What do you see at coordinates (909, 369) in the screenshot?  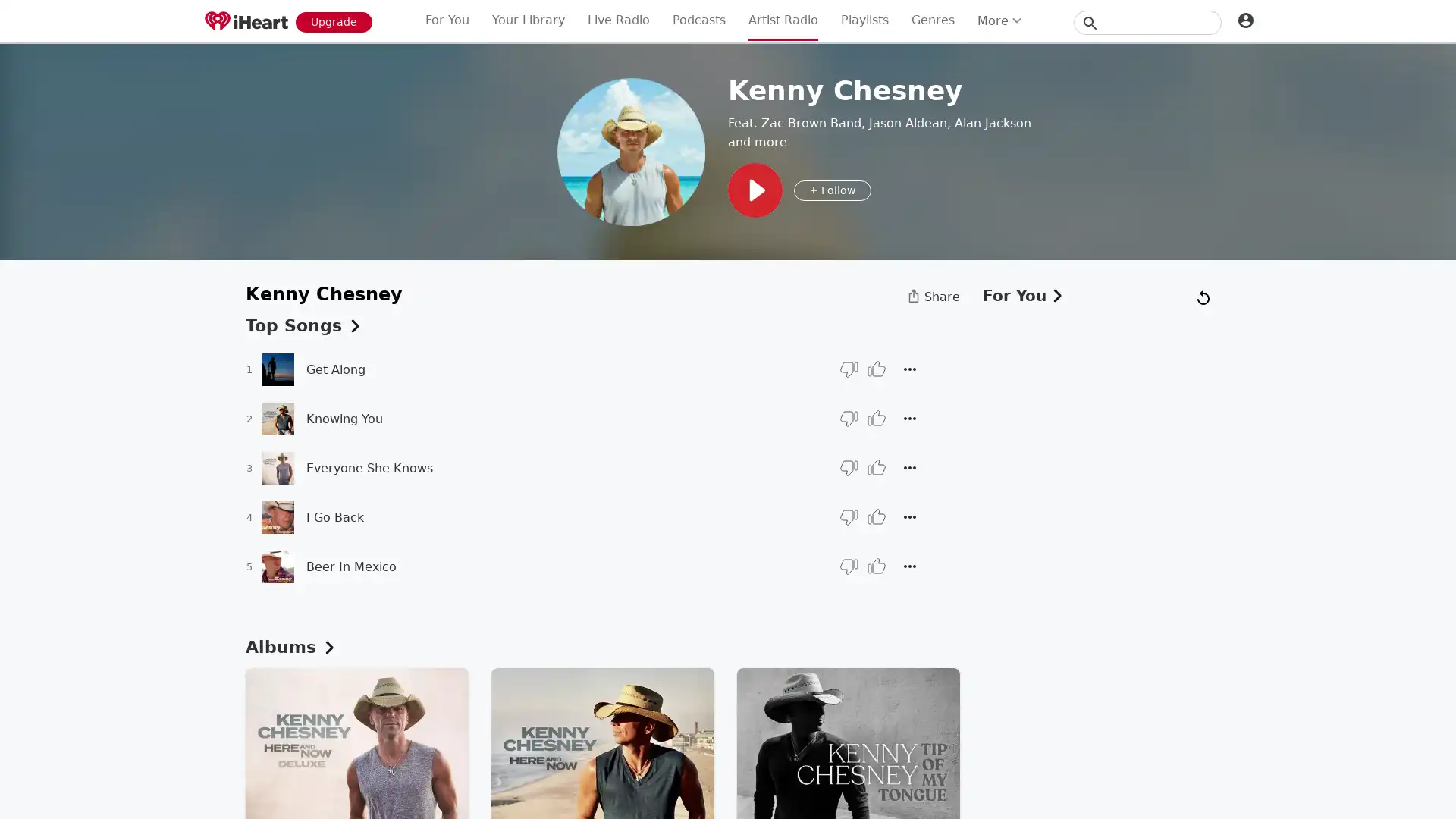 I see `More` at bounding box center [909, 369].